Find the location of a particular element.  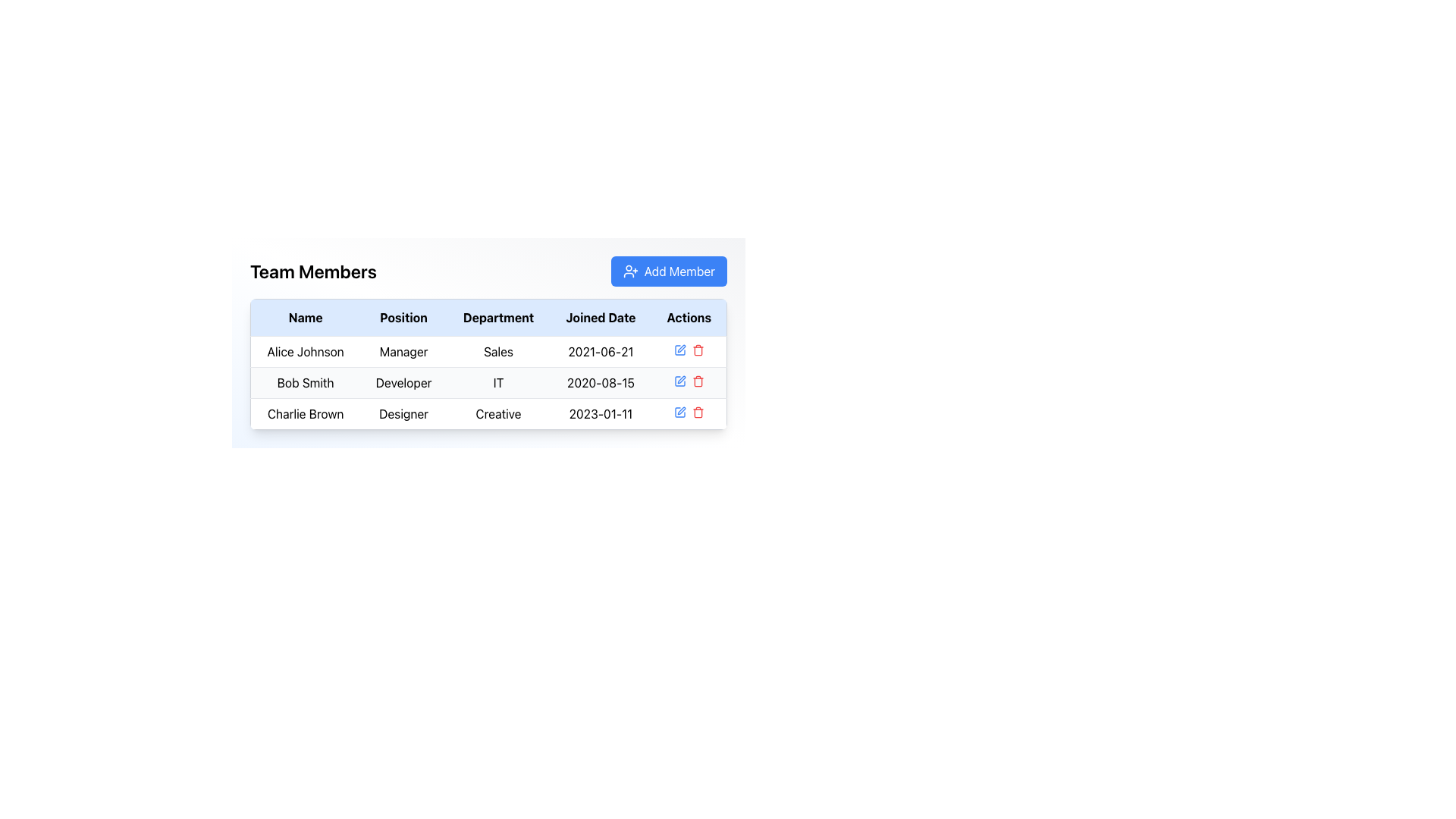

the first icon button in the 'Actions' column of the table is located at coordinates (679, 412).